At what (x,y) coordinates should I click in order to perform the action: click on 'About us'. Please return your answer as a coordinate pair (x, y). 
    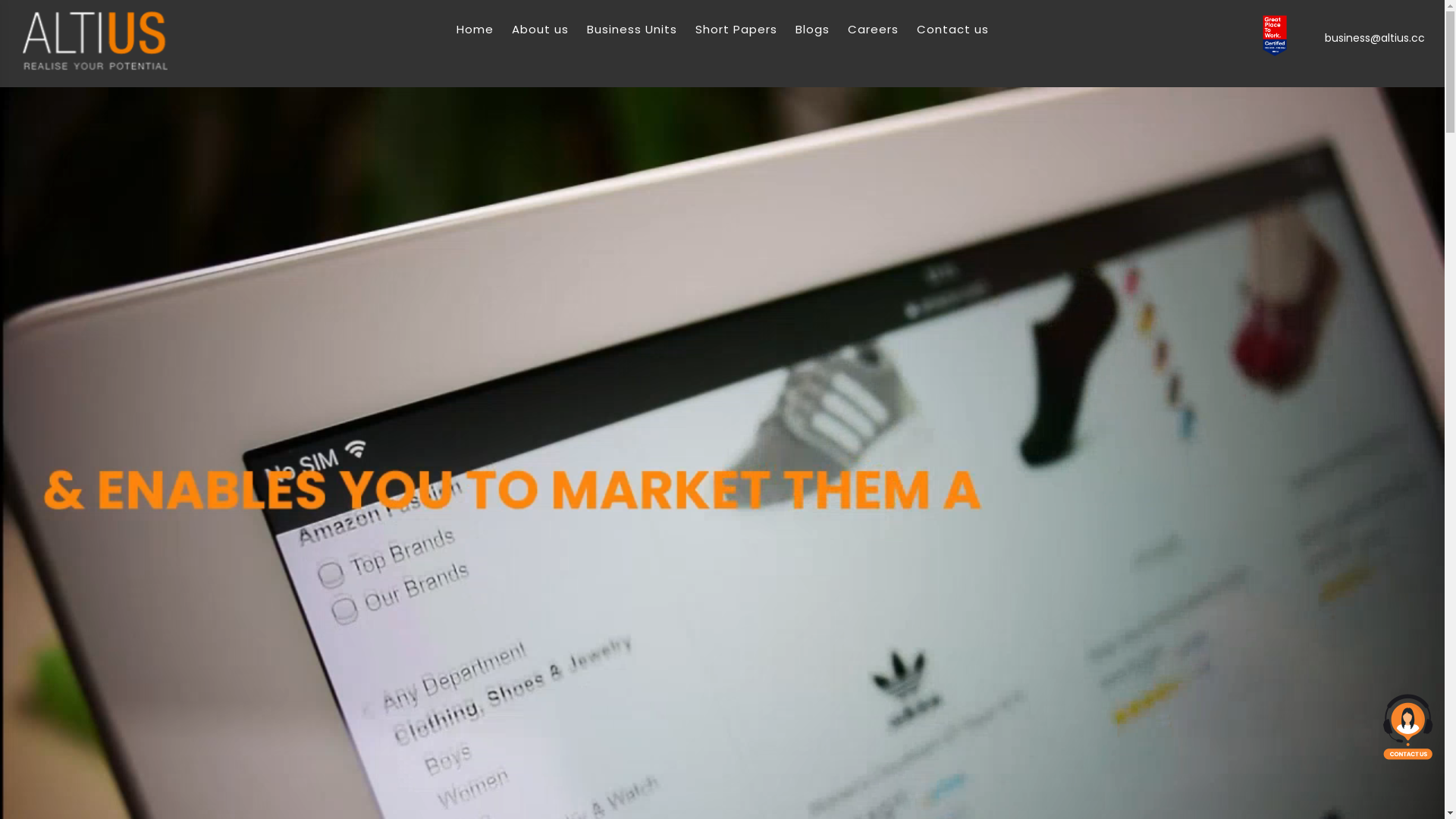
    Looking at the image, I should click on (539, 29).